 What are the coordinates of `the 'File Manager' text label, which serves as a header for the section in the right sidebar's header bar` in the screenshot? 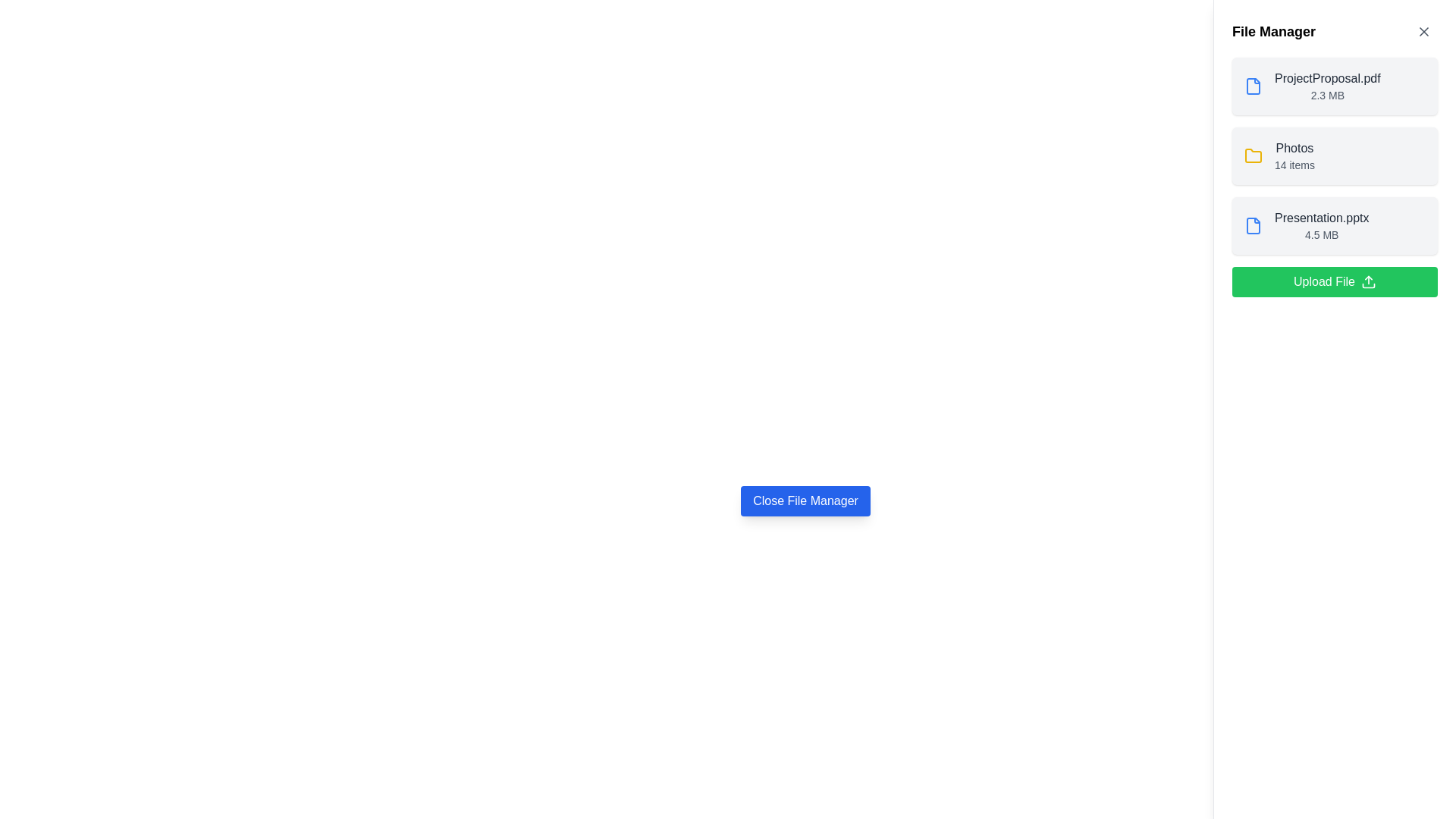 It's located at (1274, 32).